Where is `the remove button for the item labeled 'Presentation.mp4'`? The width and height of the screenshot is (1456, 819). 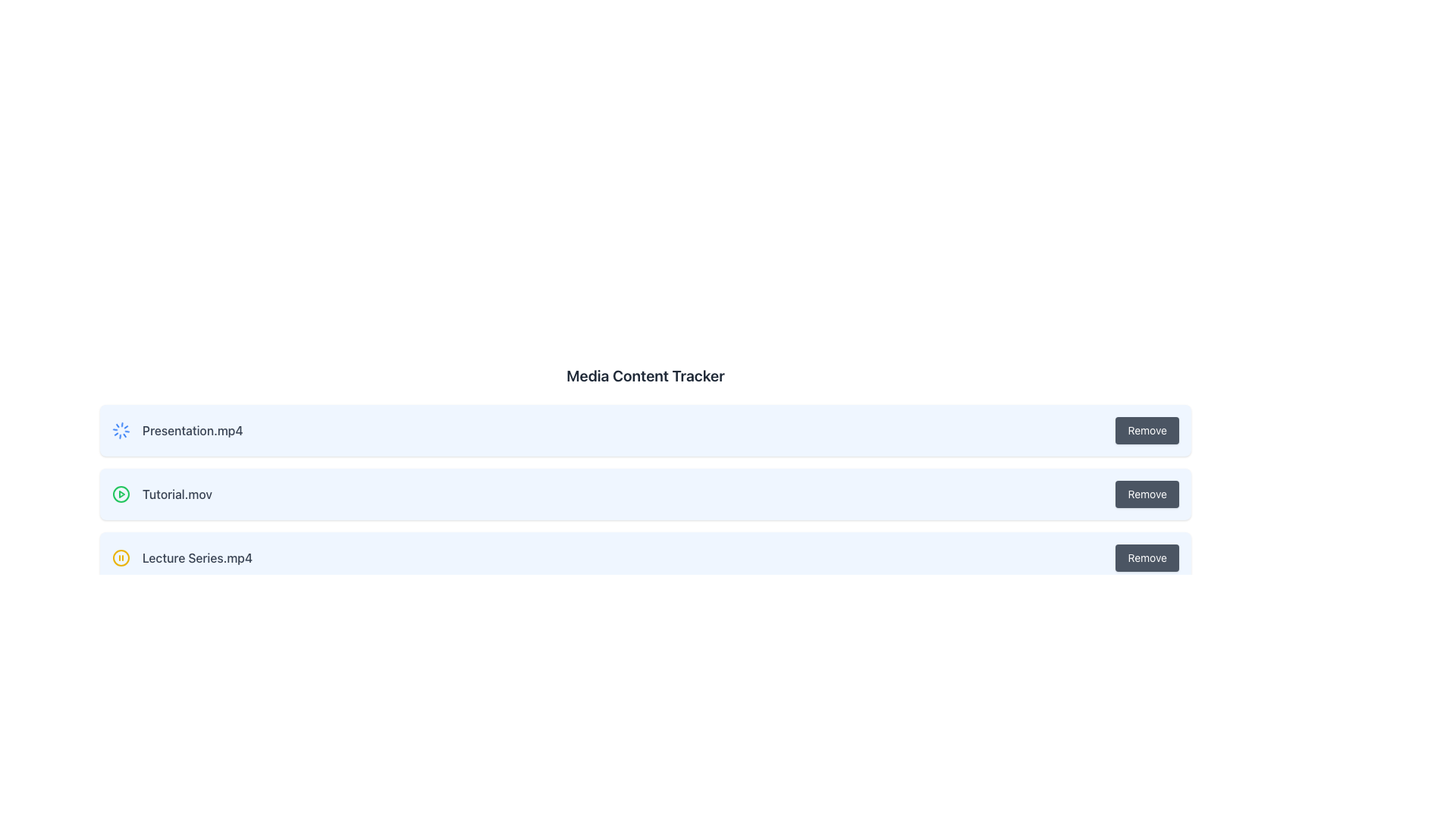 the remove button for the item labeled 'Presentation.mp4' is located at coordinates (1147, 430).